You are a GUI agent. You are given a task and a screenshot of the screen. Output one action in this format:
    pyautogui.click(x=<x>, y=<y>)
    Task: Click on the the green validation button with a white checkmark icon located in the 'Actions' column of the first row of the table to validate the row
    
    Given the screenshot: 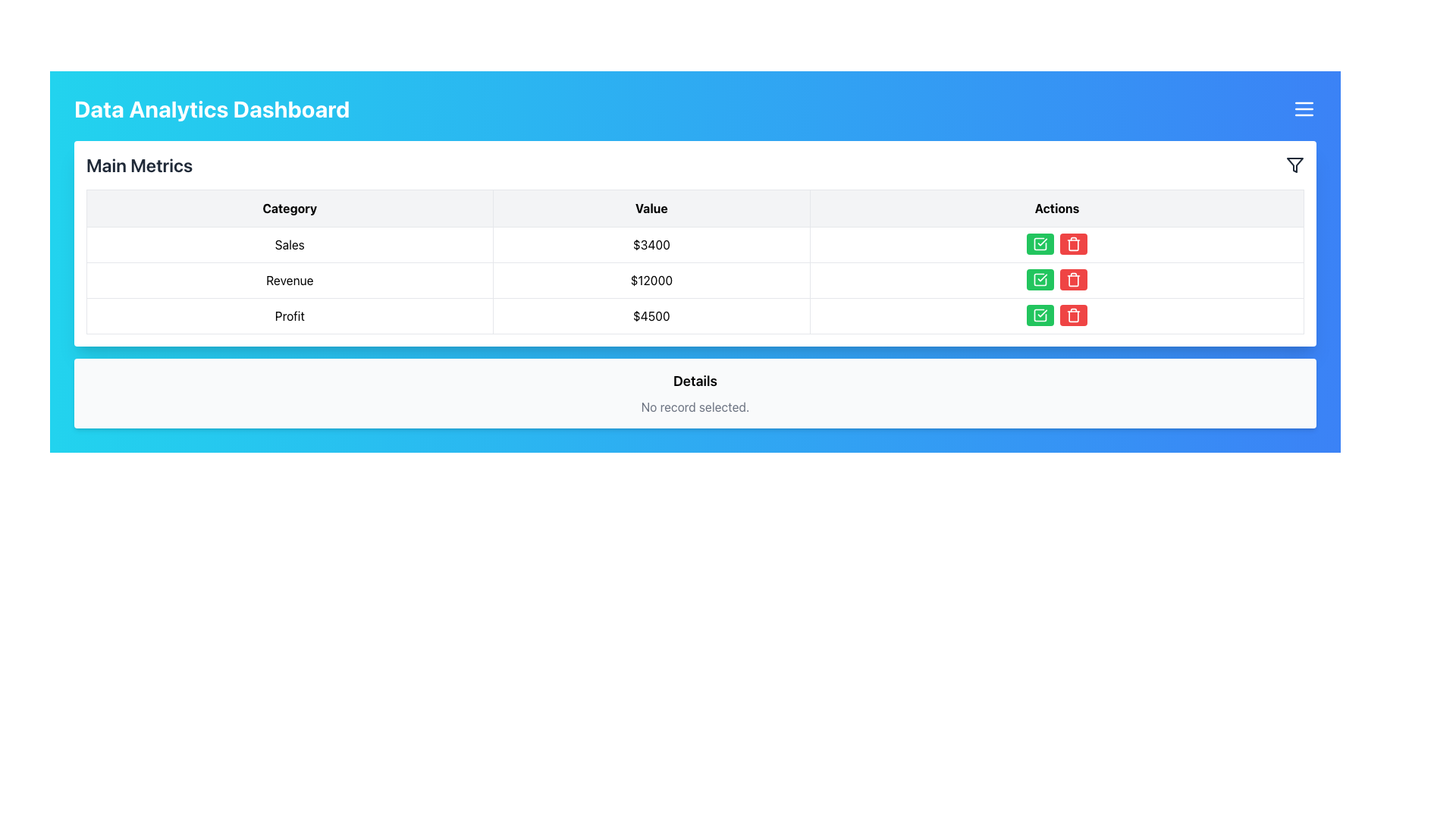 What is the action you would take?
    pyautogui.click(x=1040, y=243)
    